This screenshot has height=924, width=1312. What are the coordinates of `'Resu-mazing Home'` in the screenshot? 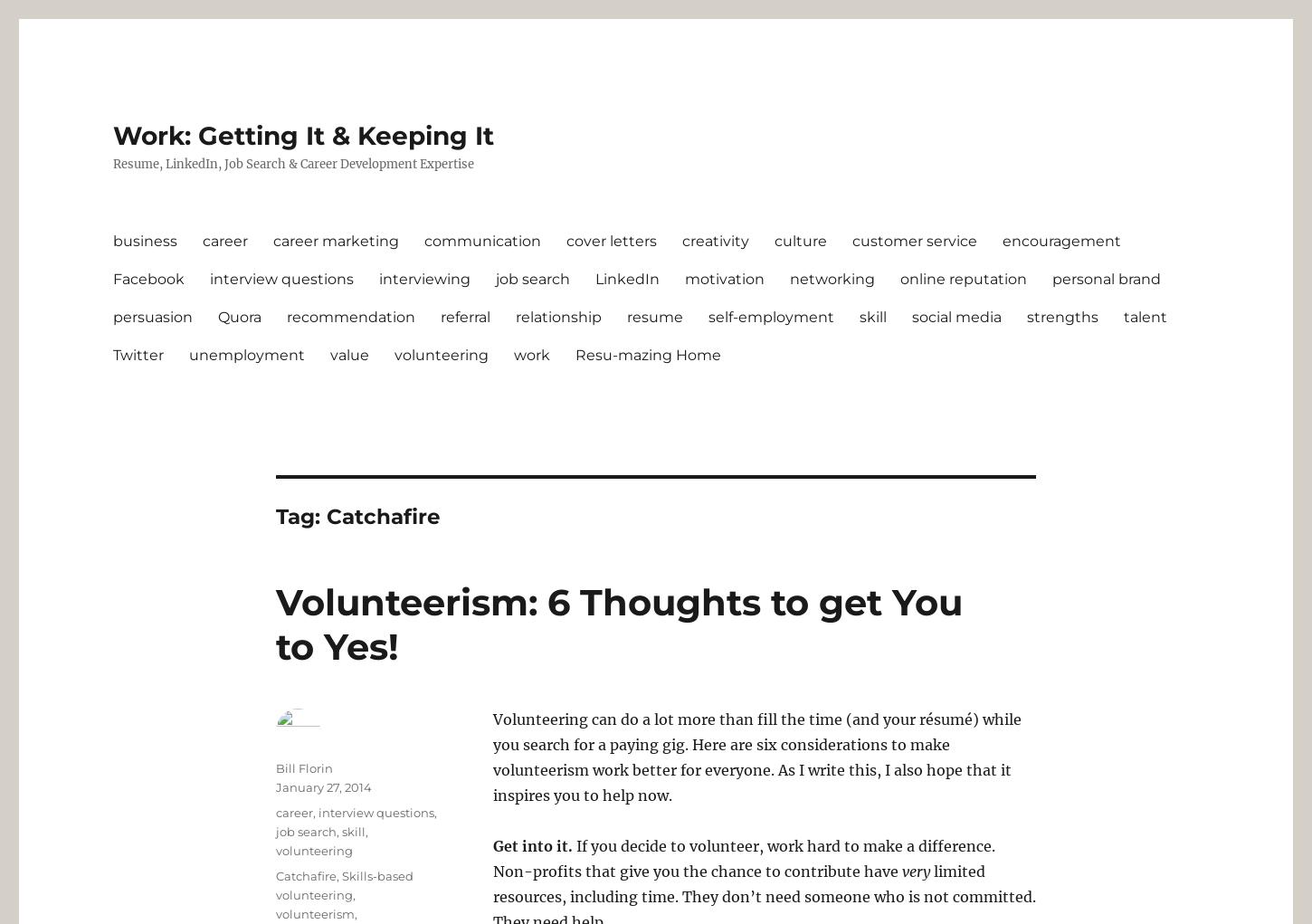 It's located at (647, 354).